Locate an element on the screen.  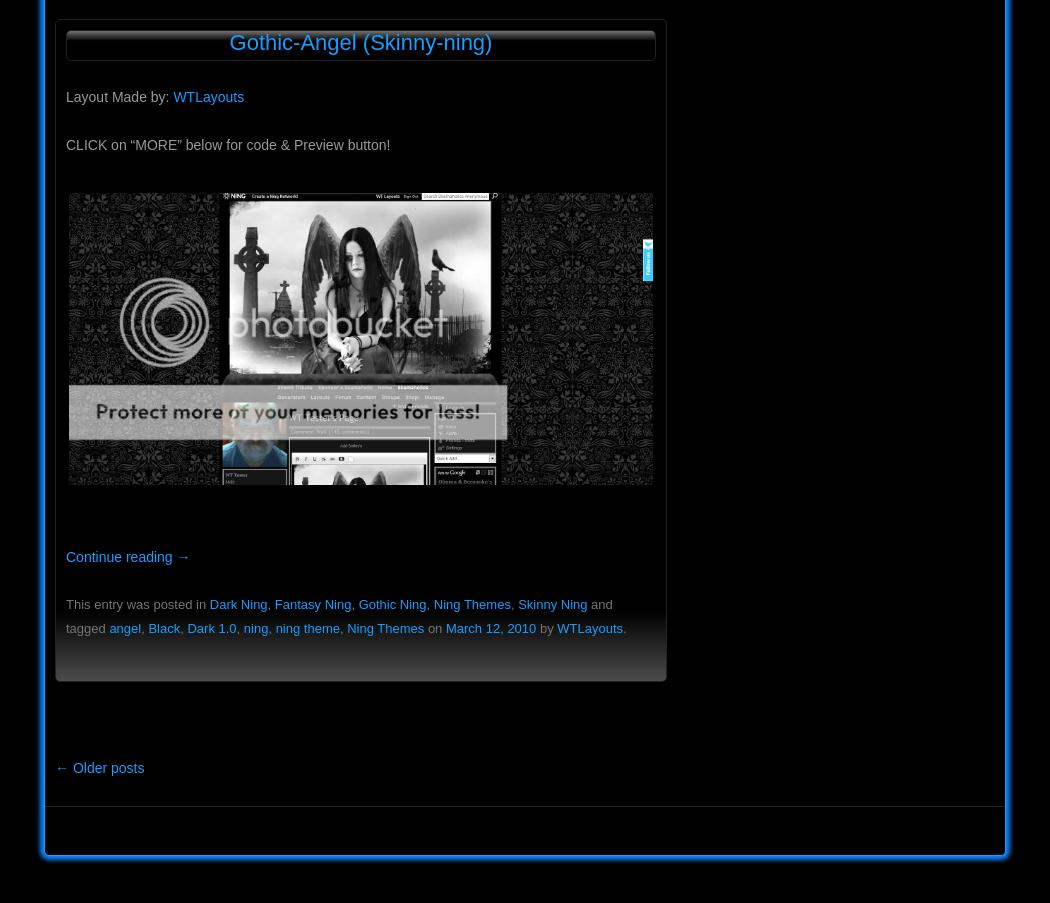
'.' is located at coordinates (622, 628).